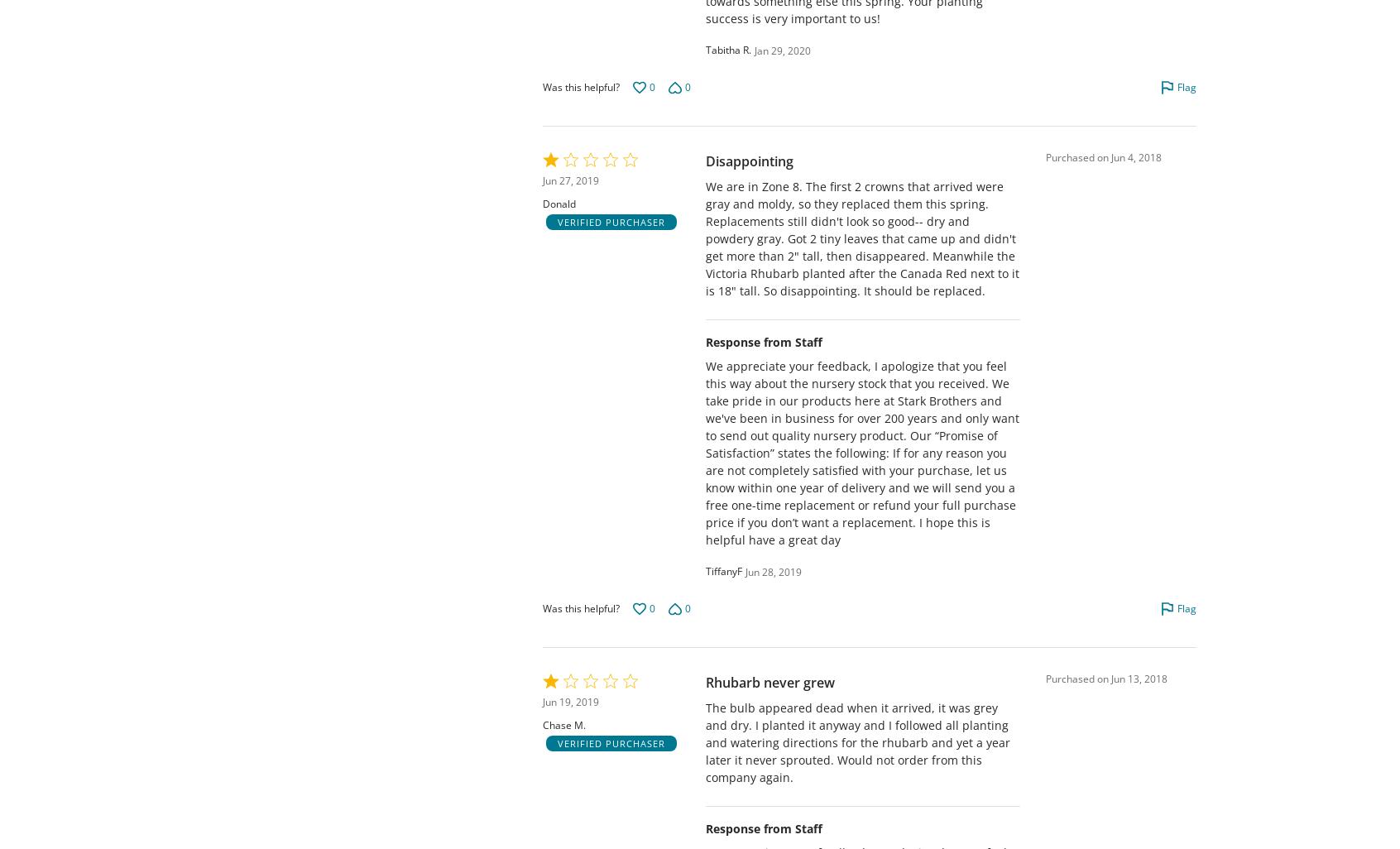 The height and width of the screenshot is (849, 1400). I want to click on 'Jun 28, 2019', so click(773, 570).